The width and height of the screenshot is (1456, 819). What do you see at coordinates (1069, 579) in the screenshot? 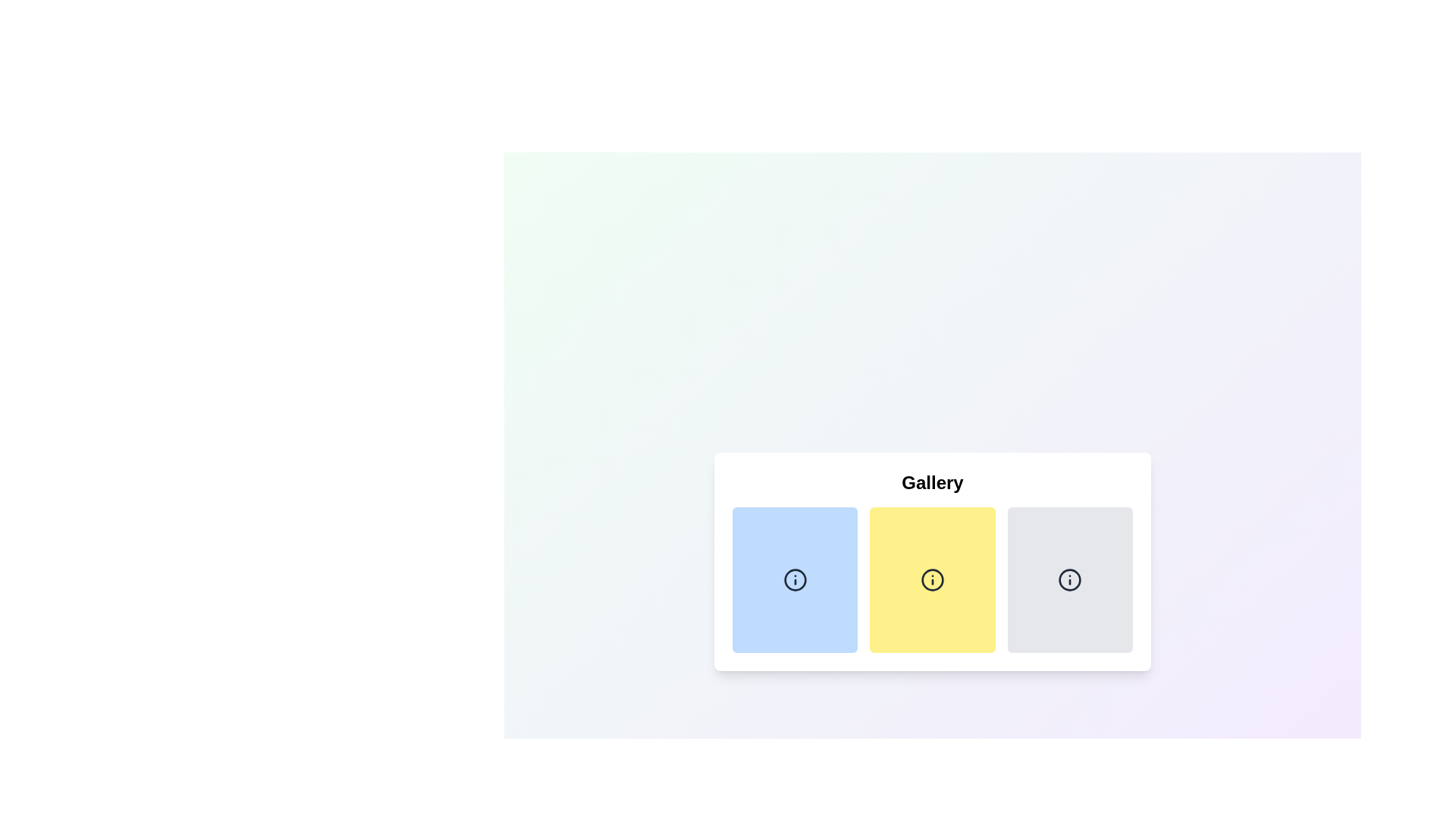
I see `the Information Icon located in the central position of the third box in a horizontally aligned triplet` at bounding box center [1069, 579].